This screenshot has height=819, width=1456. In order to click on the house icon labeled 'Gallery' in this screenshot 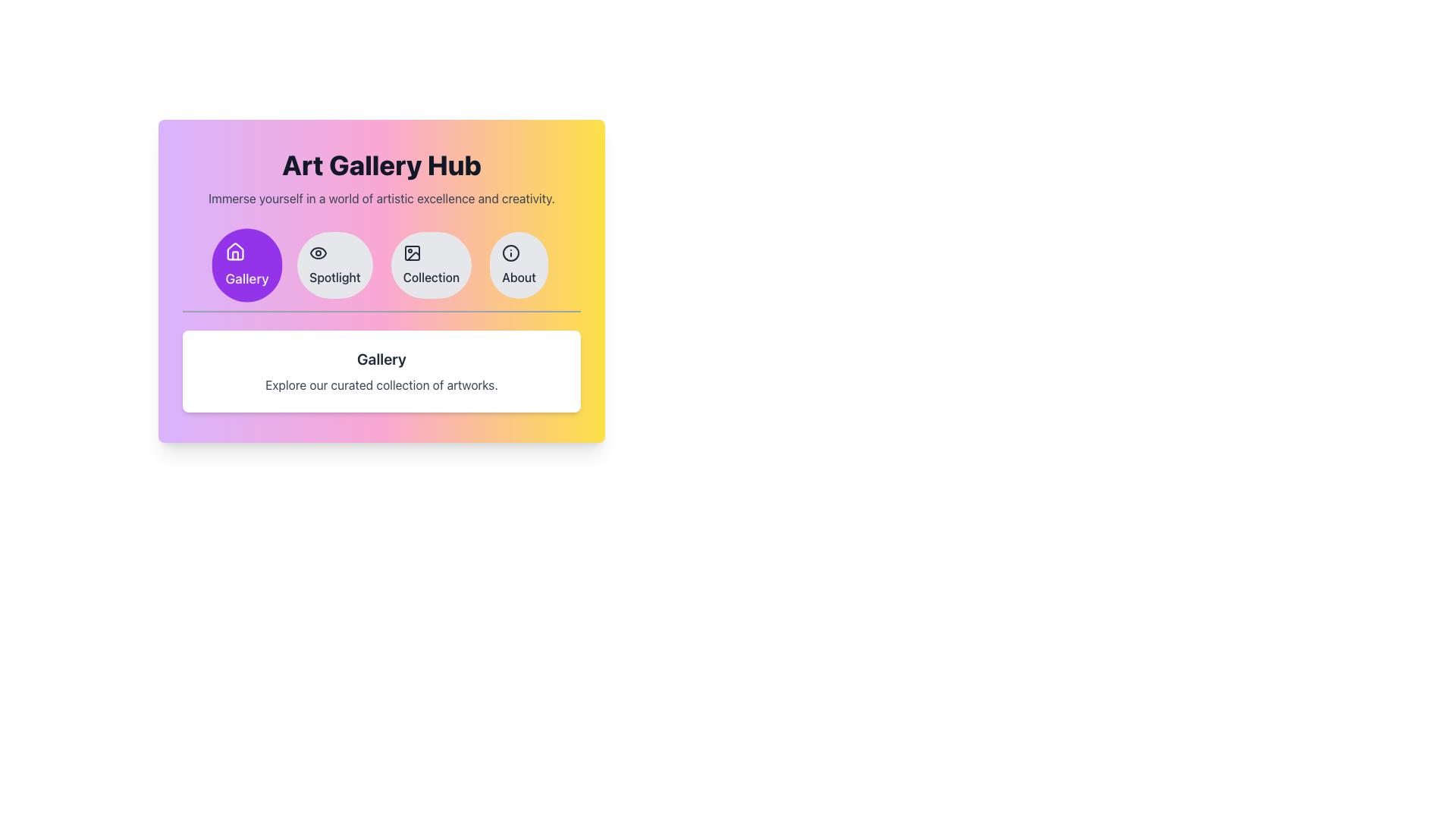, I will do `click(234, 250)`.